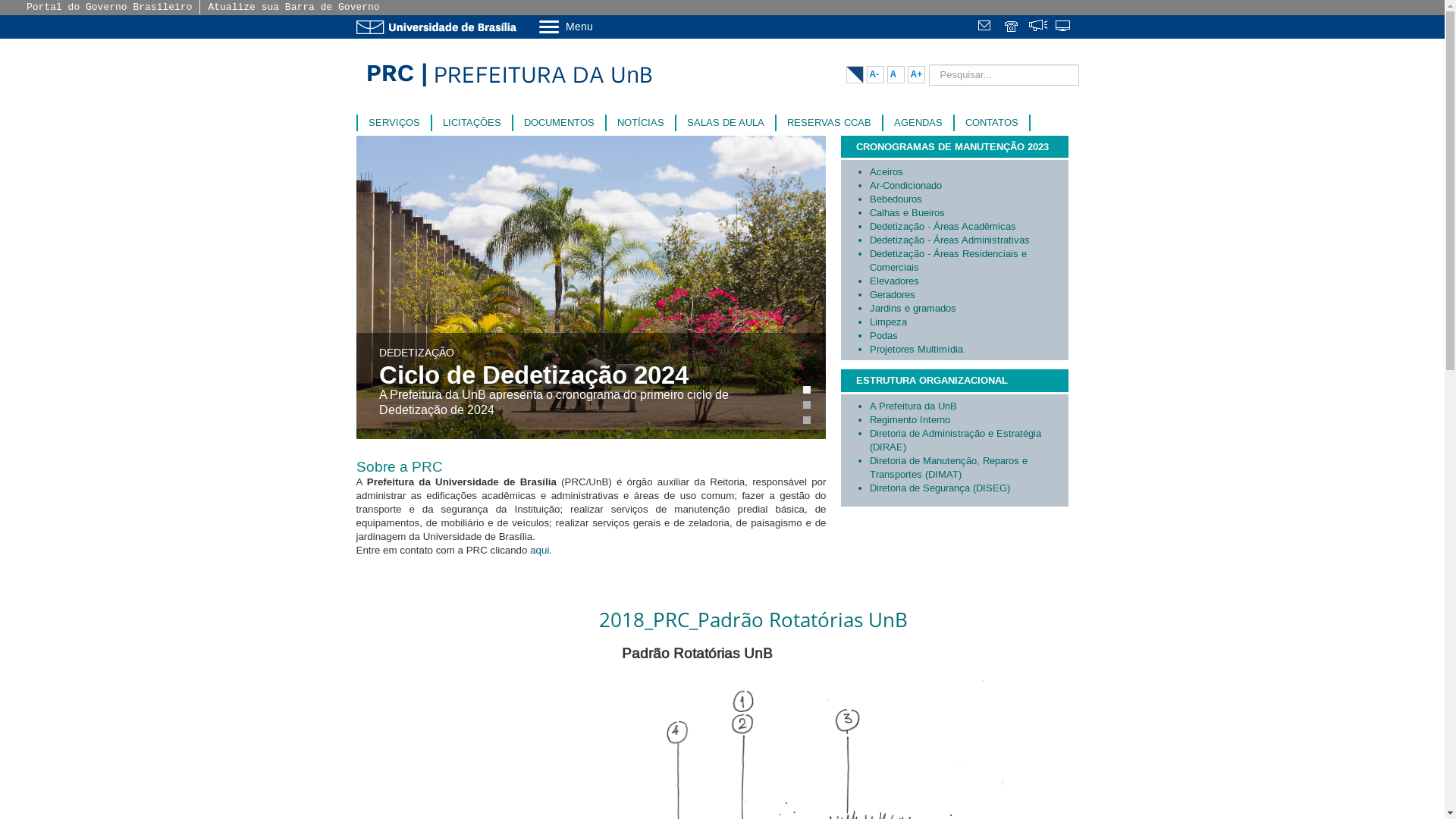 This screenshot has width=1456, height=819. What do you see at coordinates (439, 27) in the screenshot?
I see `'Ir para o Portal da UnB'` at bounding box center [439, 27].